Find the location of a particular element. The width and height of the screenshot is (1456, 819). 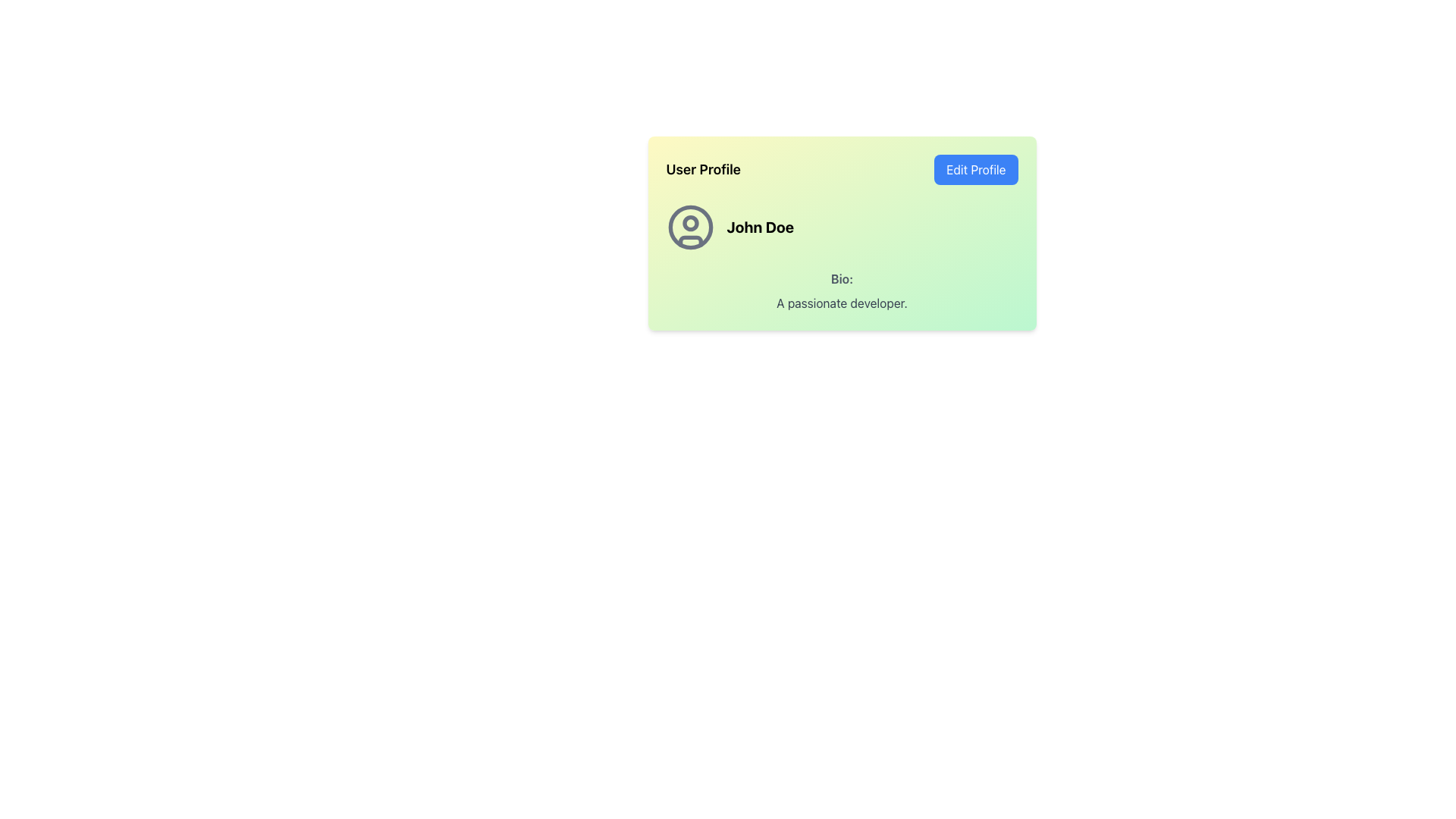

the static text label indicating the user's biography, which is located within the user profile card and positioned above the text 'A passionate developer.' is located at coordinates (841, 278).